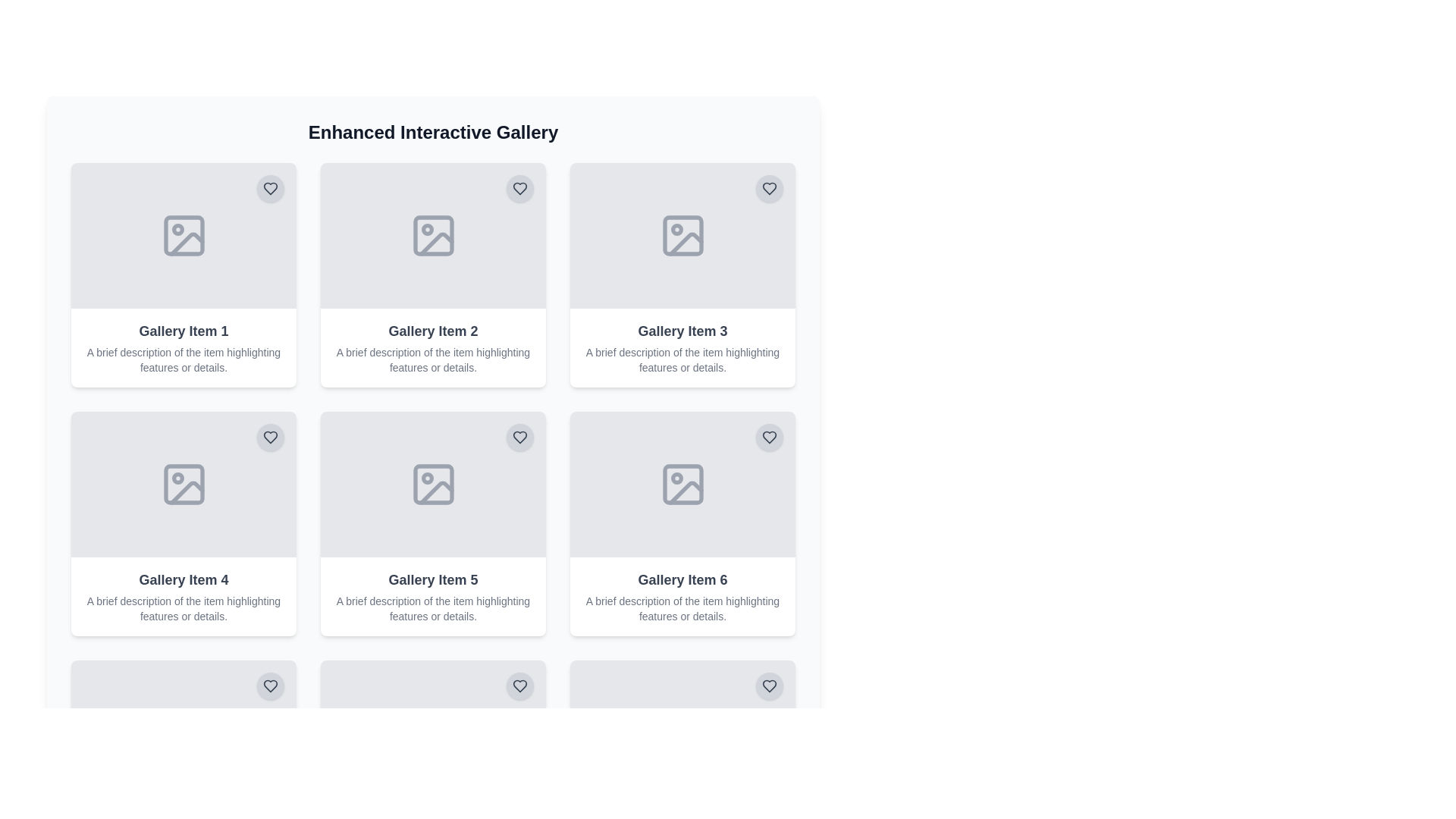 This screenshot has width=1456, height=819. What do you see at coordinates (769, 686) in the screenshot?
I see `the 'like' button located in the top-right corner of the sixth gallery card` at bounding box center [769, 686].